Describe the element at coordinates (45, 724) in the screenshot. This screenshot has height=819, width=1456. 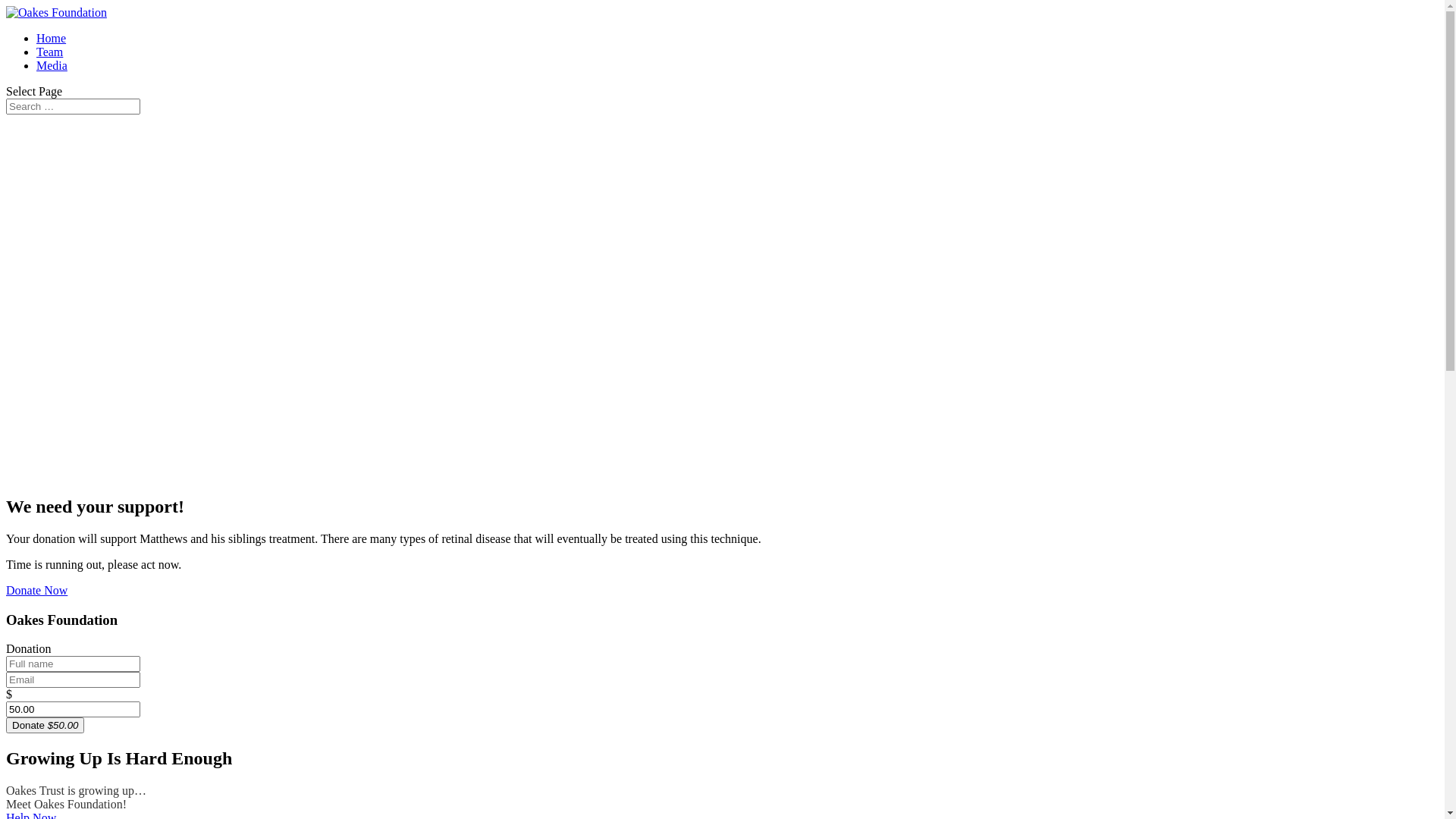
I see `'Donate $50.00'` at that location.